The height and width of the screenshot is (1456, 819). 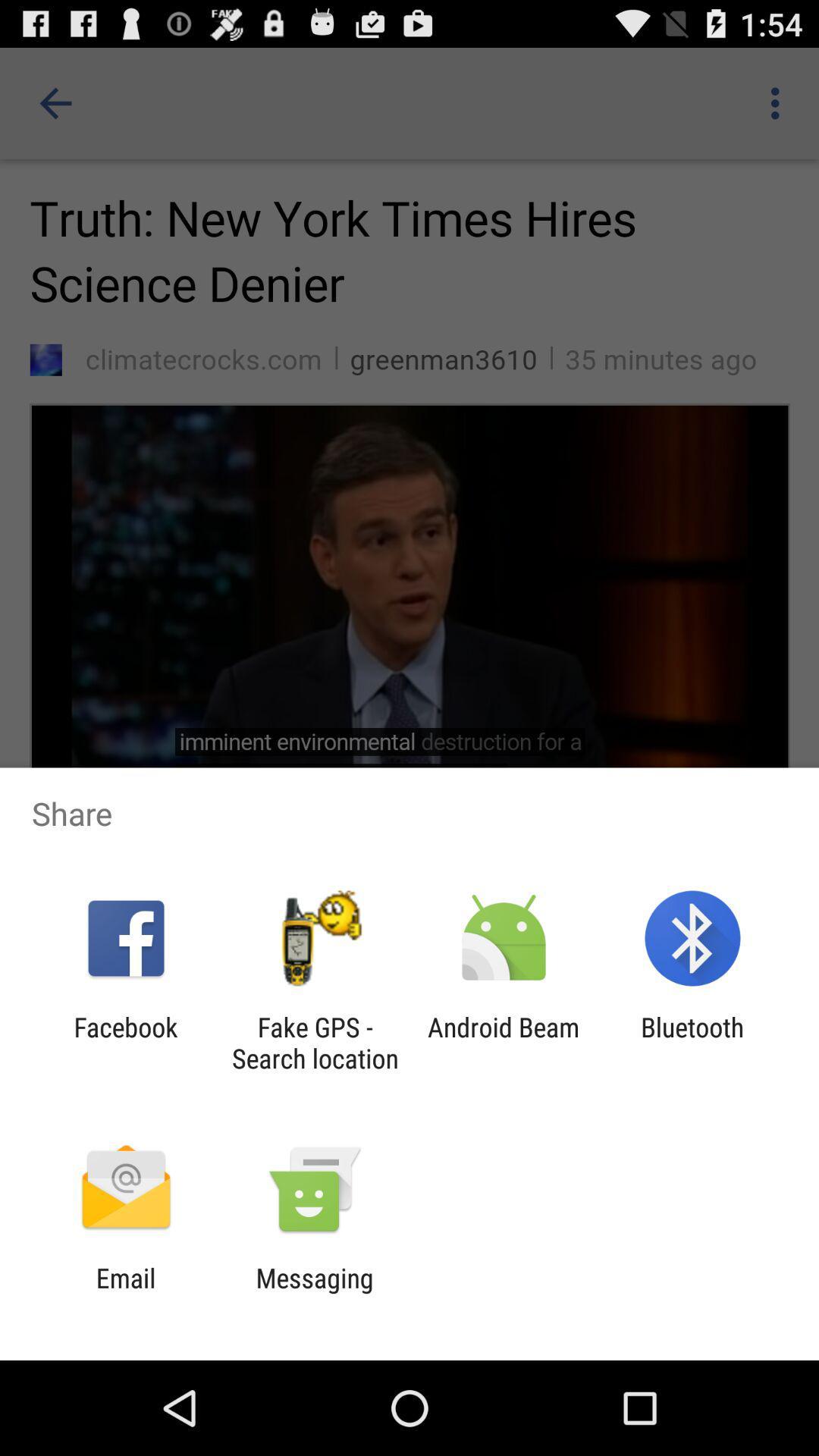 I want to click on item next to the fake gps search app, so click(x=504, y=1042).